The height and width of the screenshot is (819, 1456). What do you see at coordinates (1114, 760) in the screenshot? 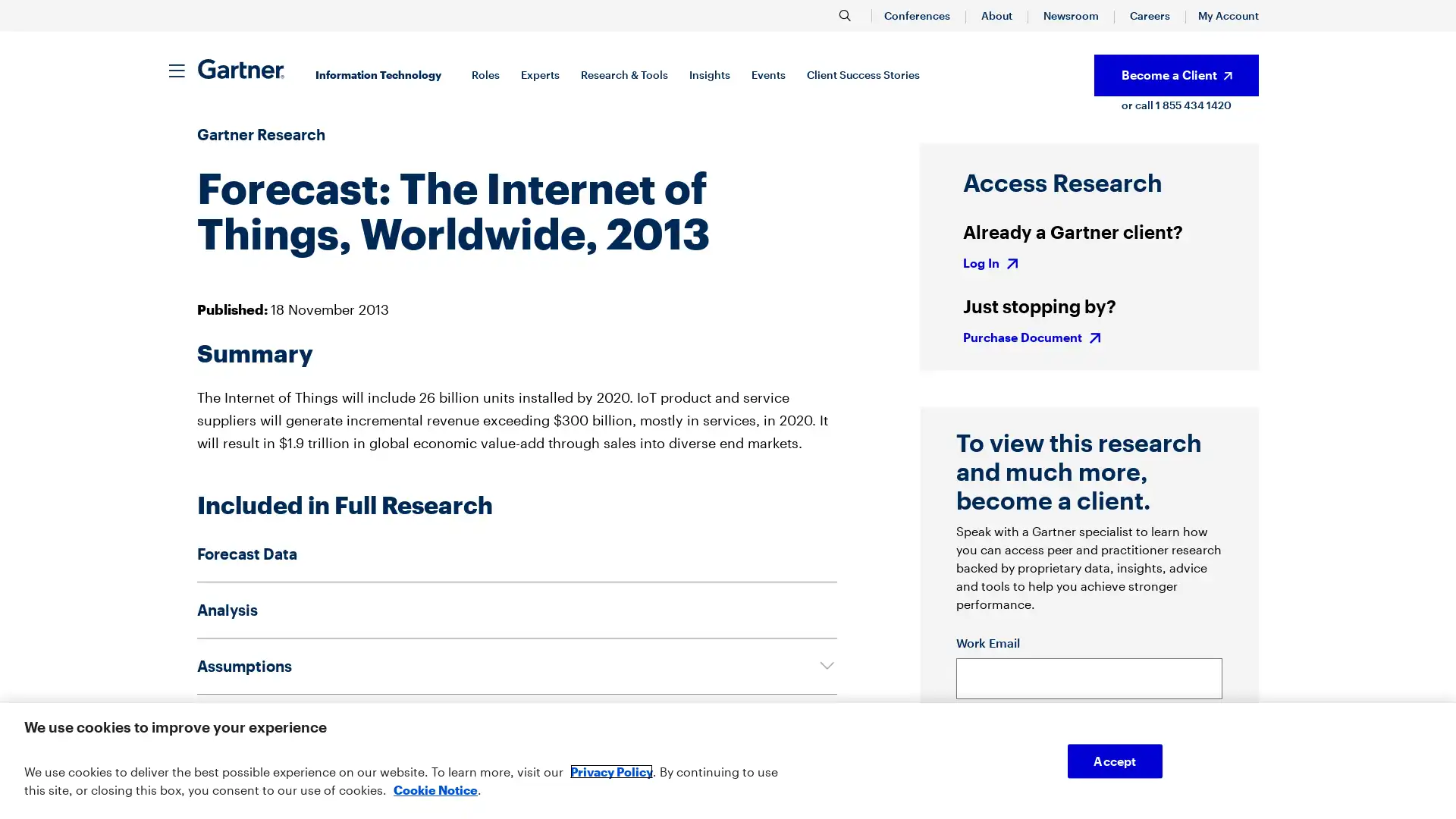
I see `Accept` at bounding box center [1114, 760].